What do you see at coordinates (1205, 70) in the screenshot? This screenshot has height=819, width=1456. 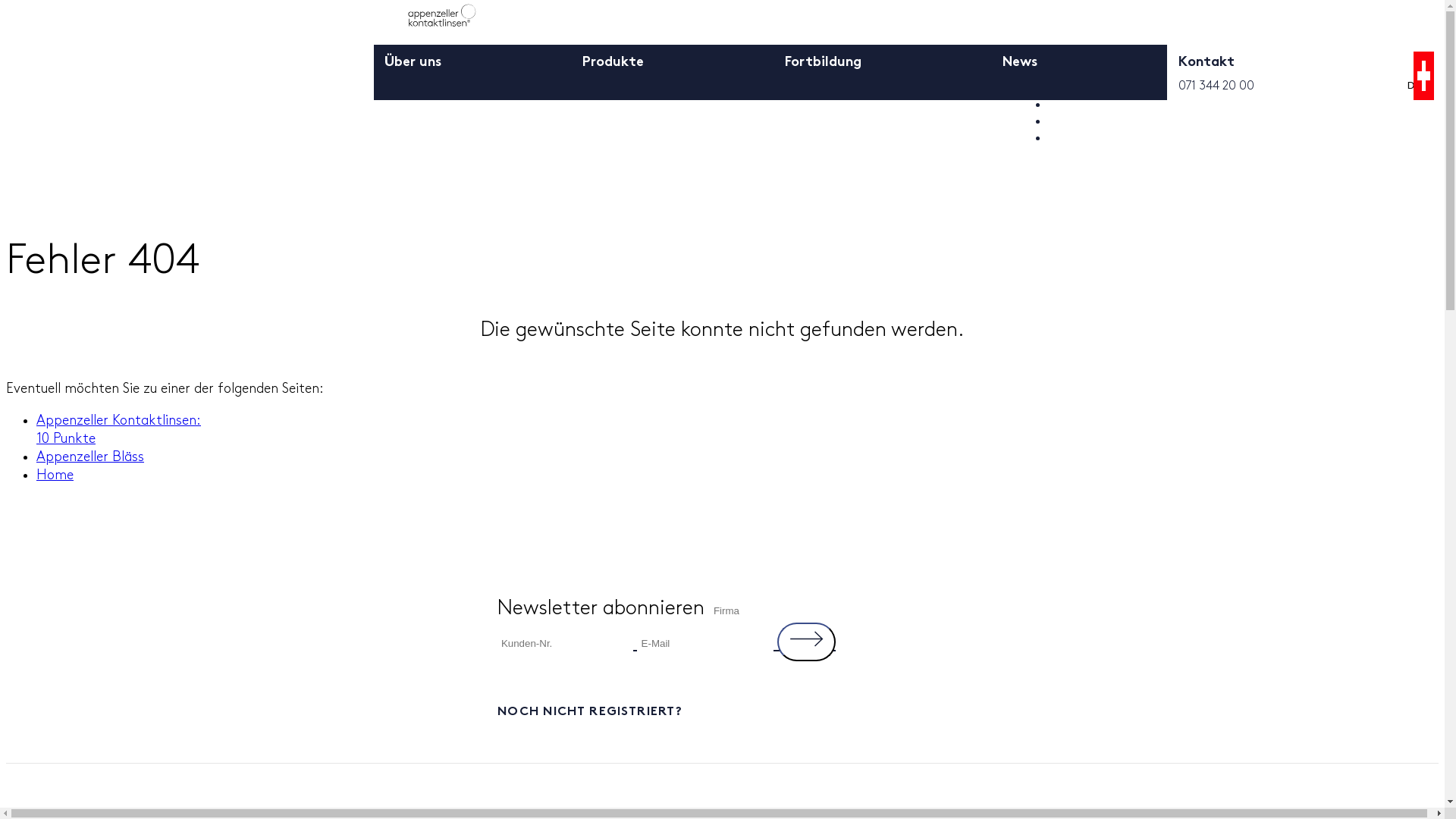 I see `'Kontakt'` at bounding box center [1205, 70].